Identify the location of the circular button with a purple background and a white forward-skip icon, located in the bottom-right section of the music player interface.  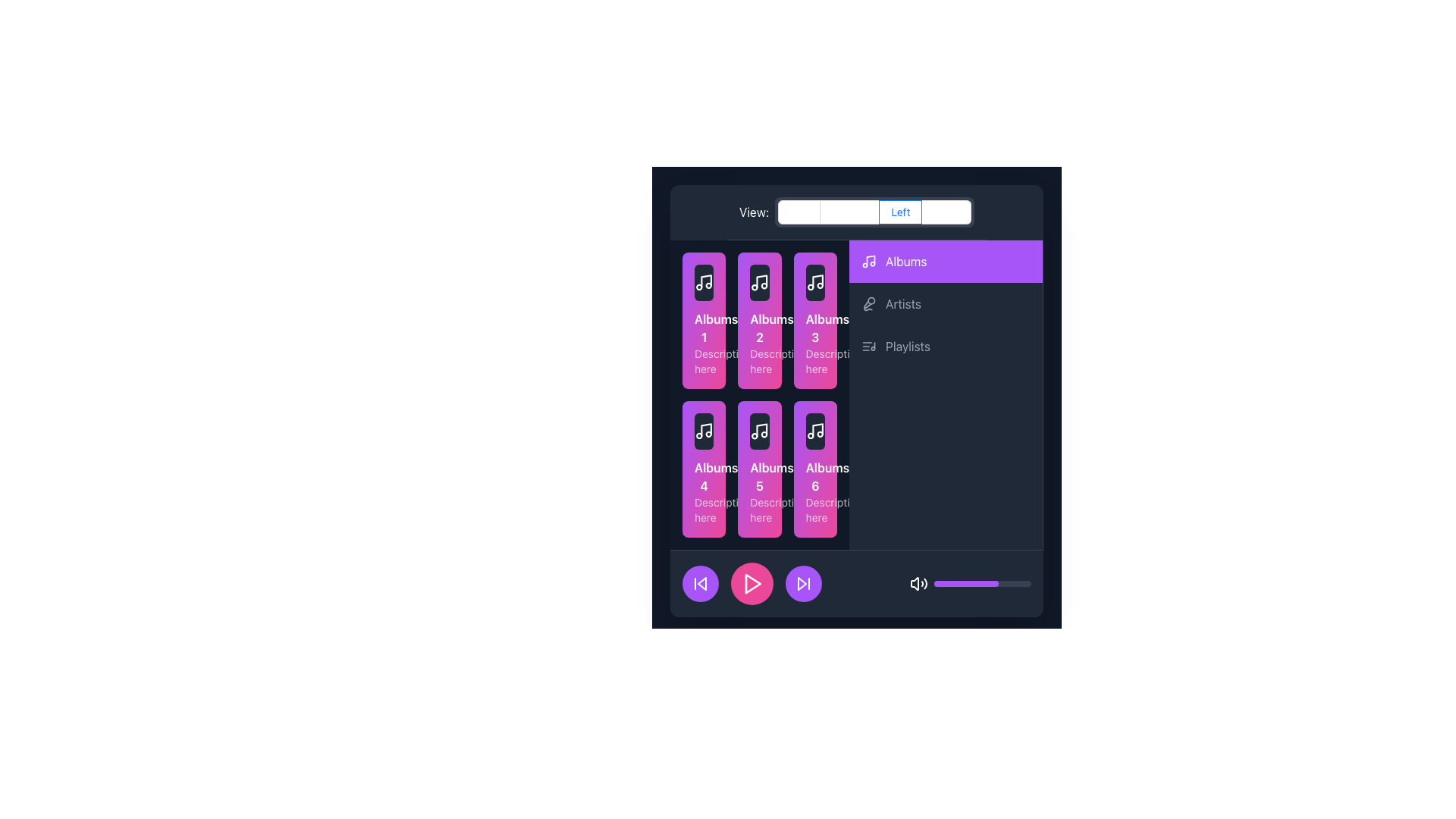
(803, 583).